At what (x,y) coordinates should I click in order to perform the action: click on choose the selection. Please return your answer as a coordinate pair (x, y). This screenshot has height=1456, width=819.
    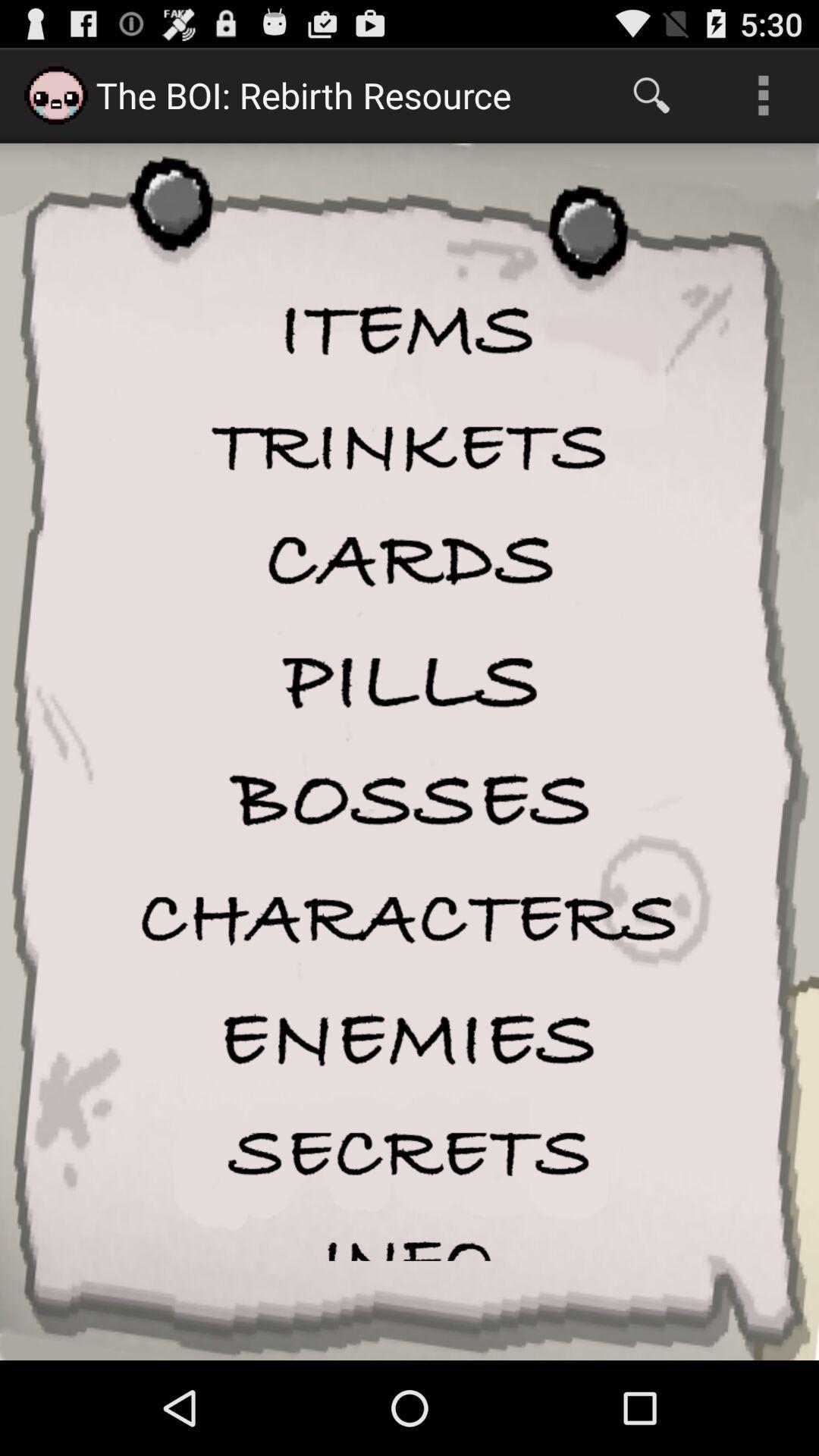
    Looking at the image, I should click on (409, 560).